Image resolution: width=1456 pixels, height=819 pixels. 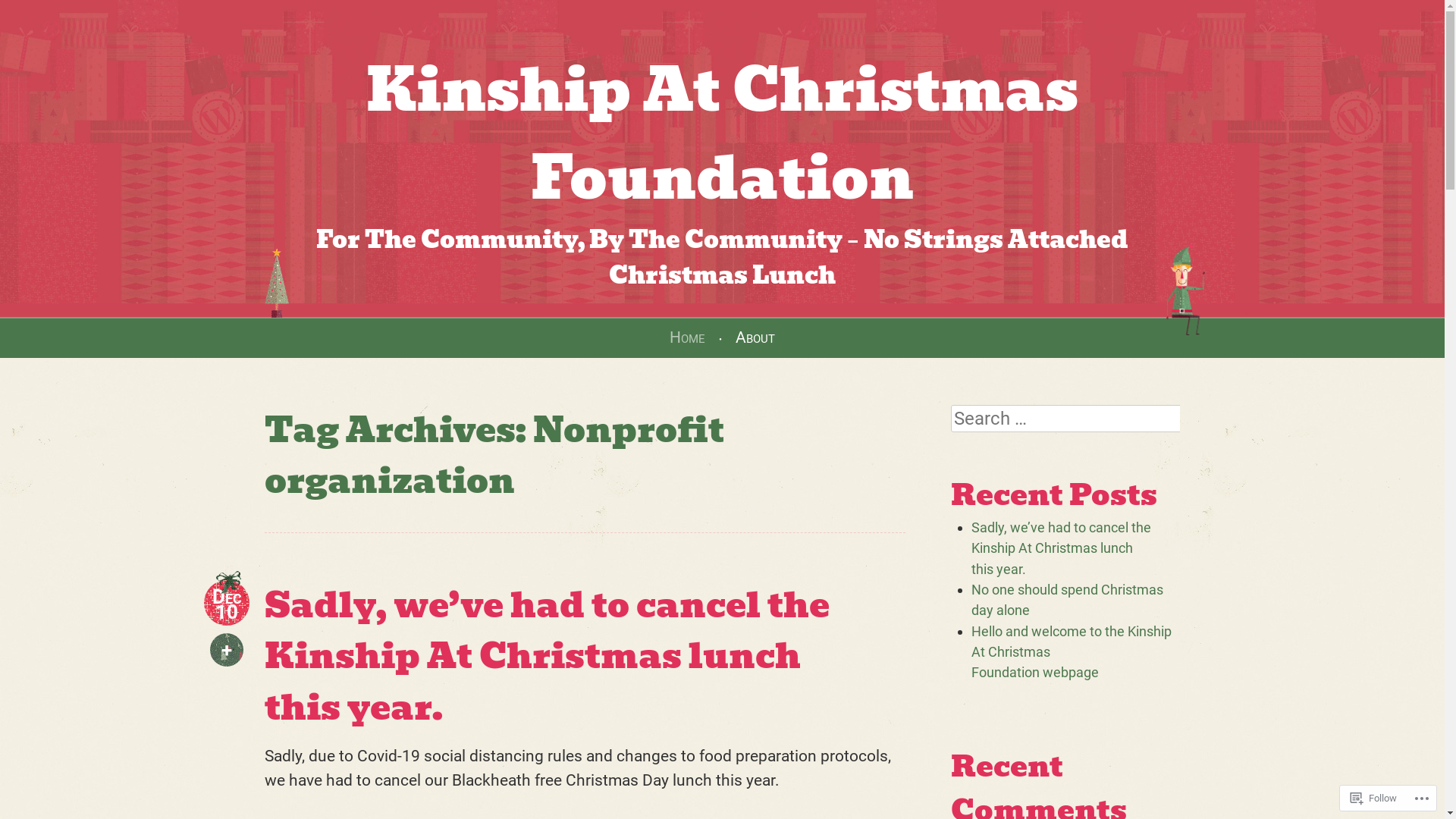 I want to click on 'No one should spend Christmas day alone', so click(x=1066, y=598).